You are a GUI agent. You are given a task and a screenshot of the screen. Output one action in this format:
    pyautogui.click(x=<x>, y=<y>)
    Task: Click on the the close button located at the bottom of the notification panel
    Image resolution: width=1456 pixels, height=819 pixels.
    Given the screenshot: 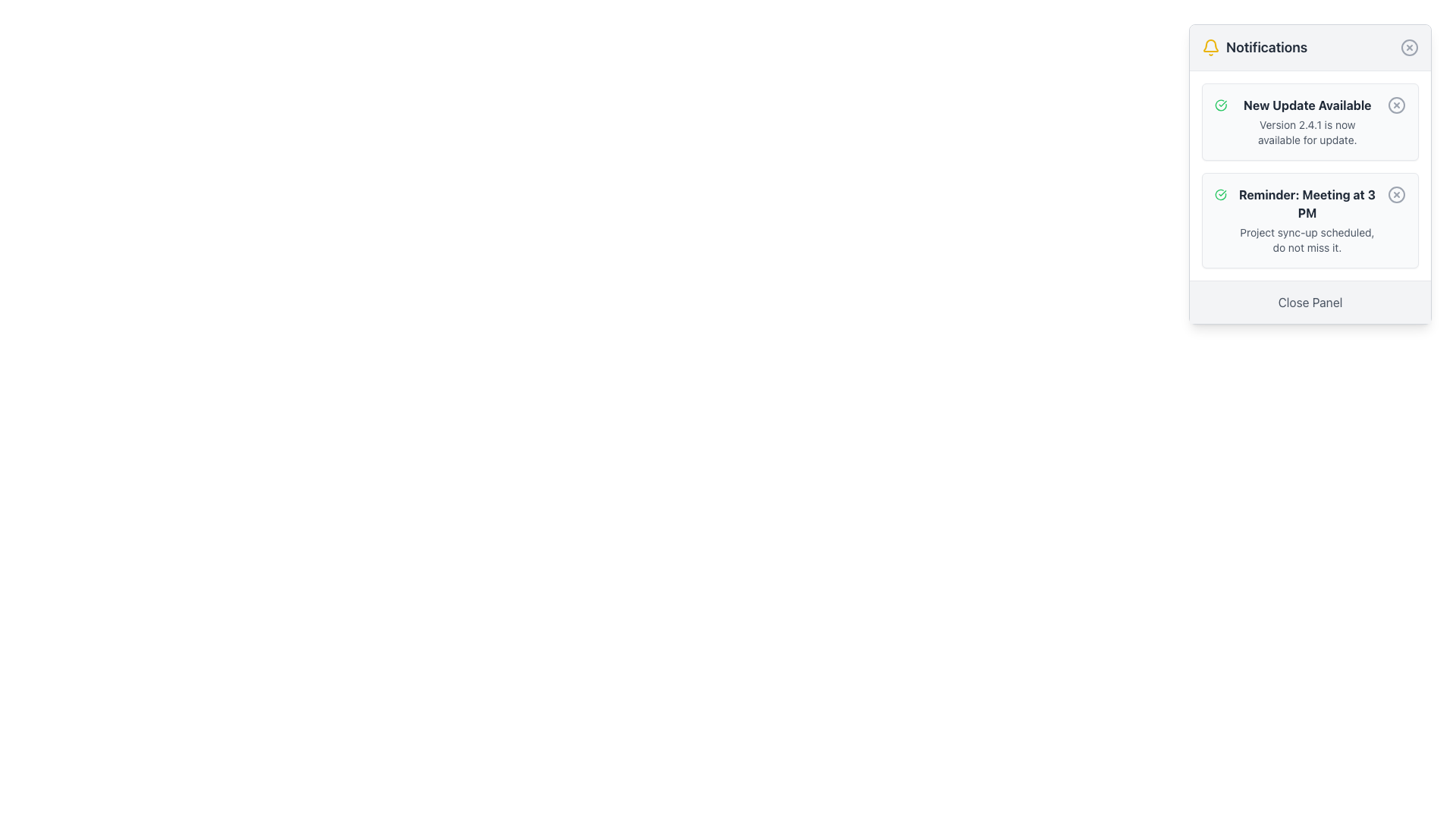 What is the action you would take?
    pyautogui.click(x=1310, y=302)
    